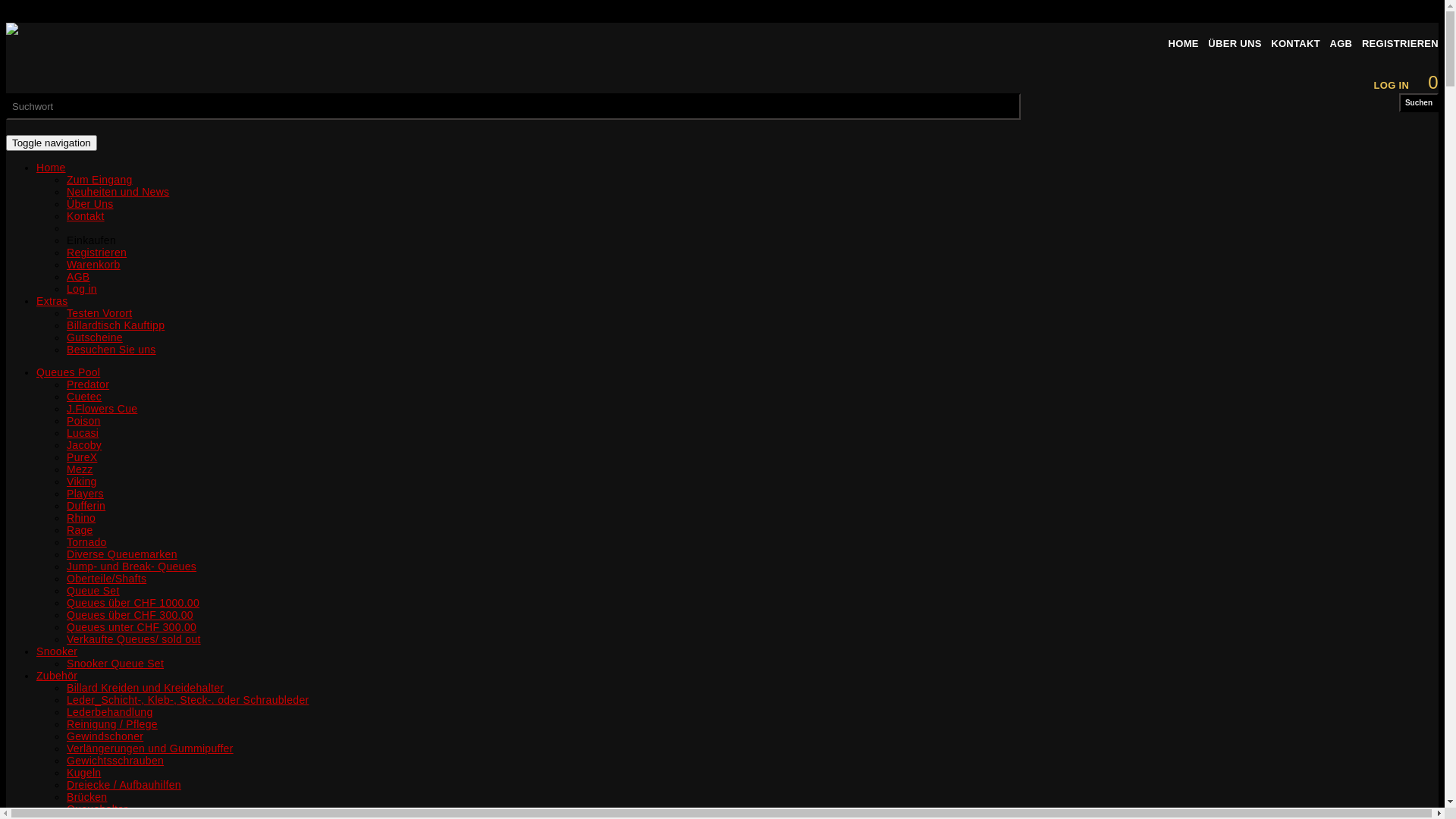  What do you see at coordinates (83, 396) in the screenshot?
I see `'Cuetec'` at bounding box center [83, 396].